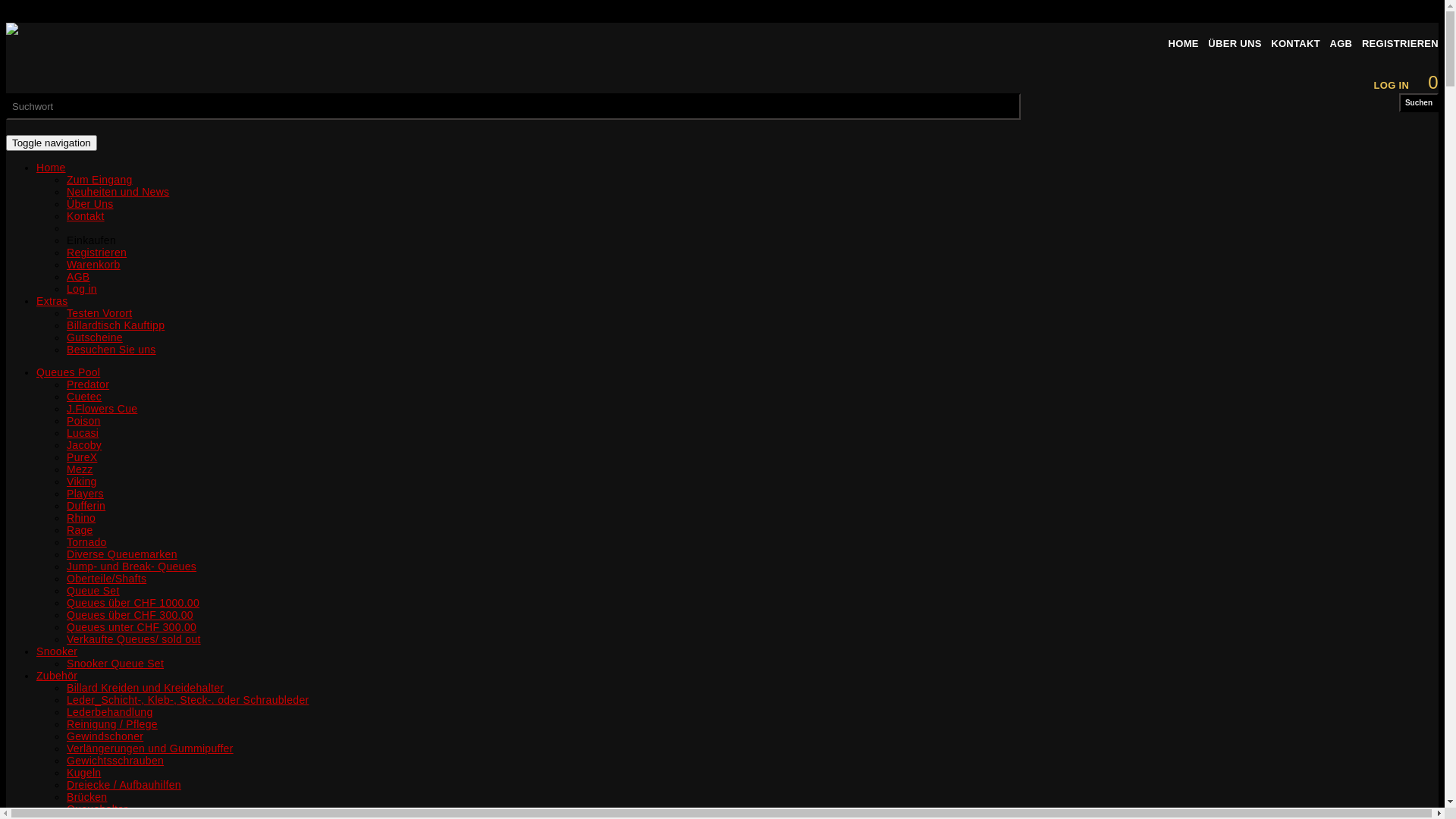  What do you see at coordinates (83, 396) in the screenshot?
I see `'Cuetec'` at bounding box center [83, 396].